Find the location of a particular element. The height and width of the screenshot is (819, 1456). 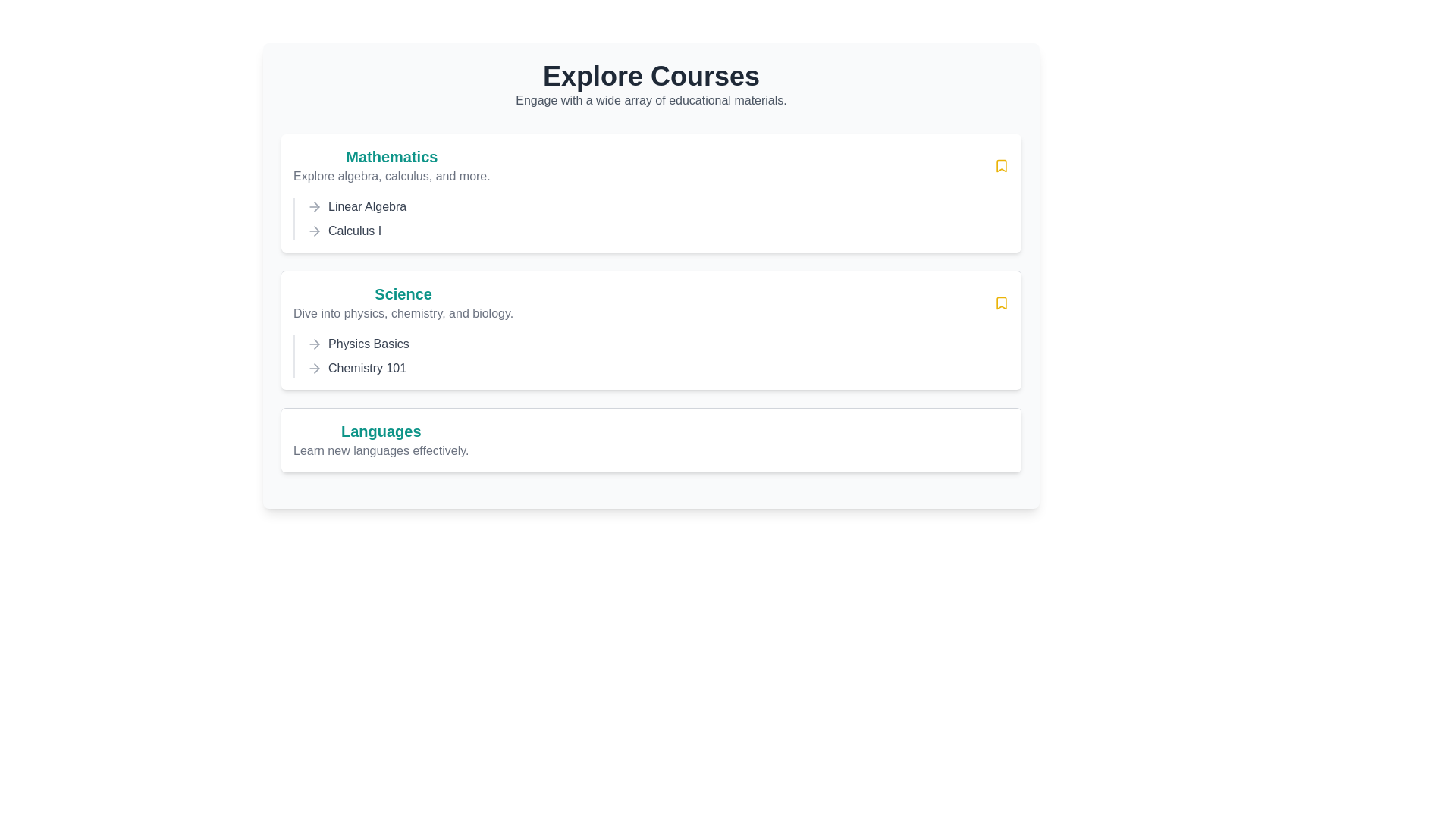

the 'Calculus I' hyperlink, which is styled in gray and changes to indigo when hovered, located in the 'Mathematics' section under 'Linear Algebra' is located at coordinates (354, 231).